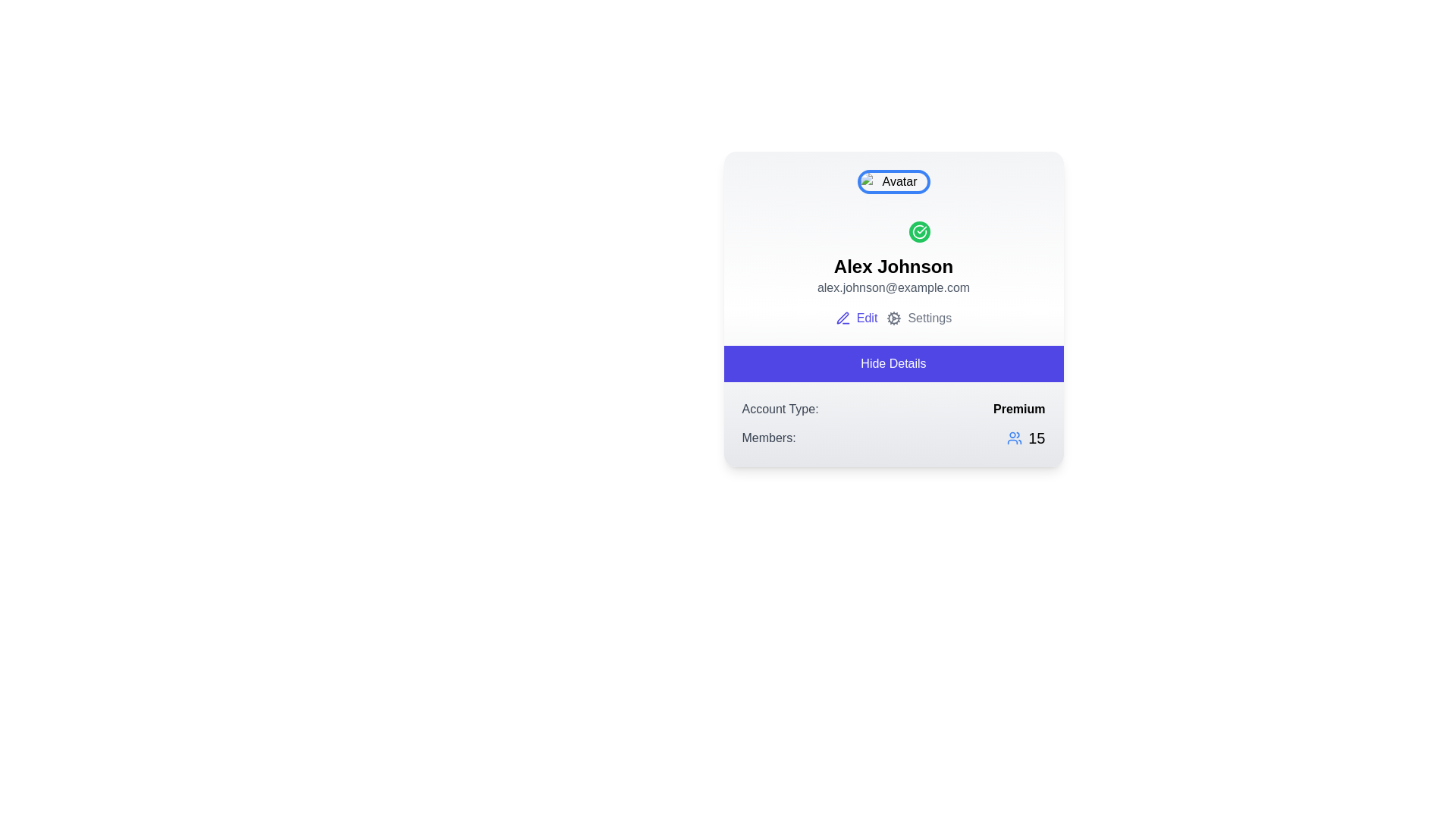 This screenshot has height=819, width=1456. What do you see at coordinates (842, 318) in the screenshot?
I see `the SVG Icon representing the editing action associated with the 'Edit' link, located to the left of the 'Edit' label` at bounding box center [842, 318].